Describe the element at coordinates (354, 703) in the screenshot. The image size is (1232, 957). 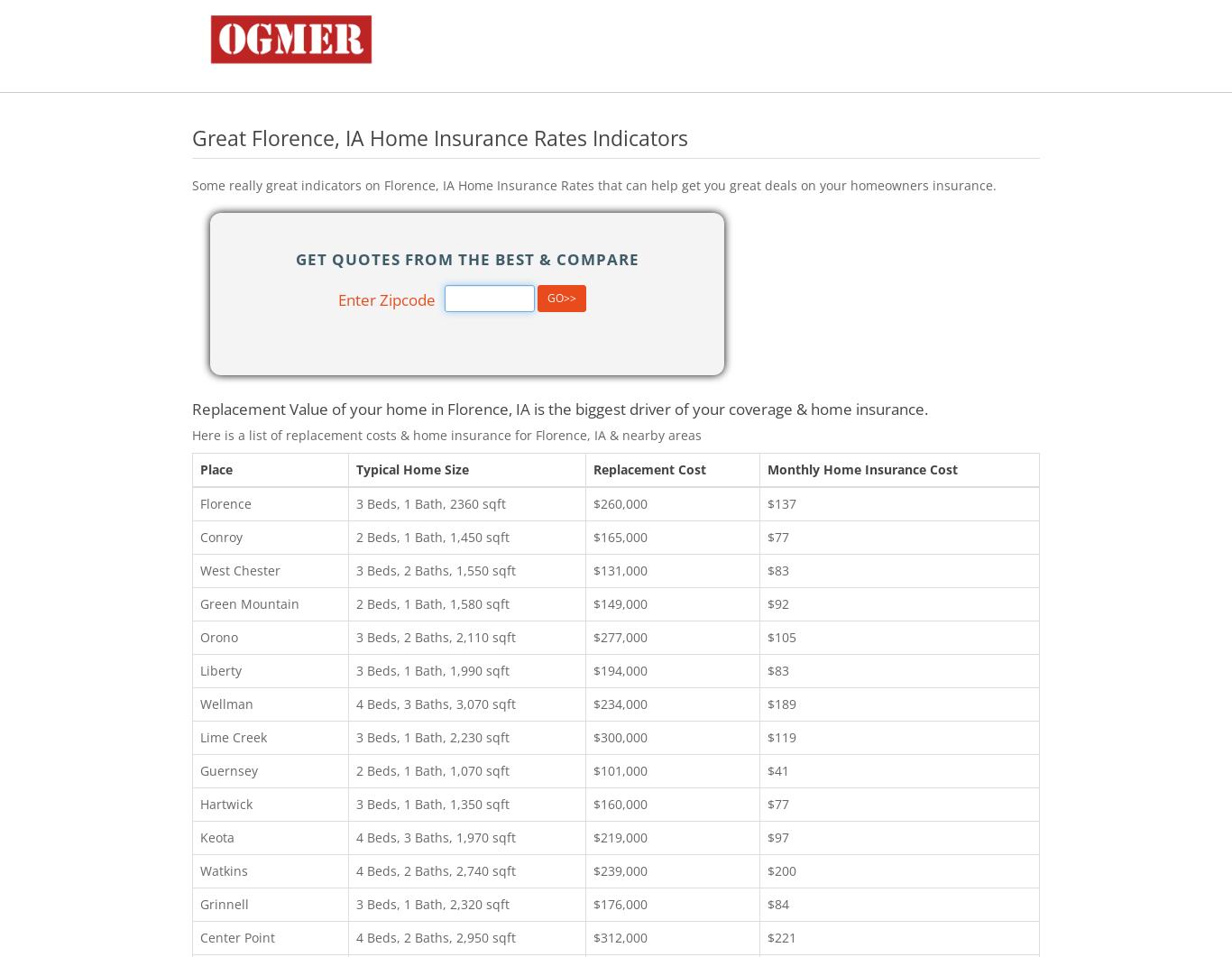
I see `'4 Beds, 3 Baths, 3,070 sqft'` at that location.